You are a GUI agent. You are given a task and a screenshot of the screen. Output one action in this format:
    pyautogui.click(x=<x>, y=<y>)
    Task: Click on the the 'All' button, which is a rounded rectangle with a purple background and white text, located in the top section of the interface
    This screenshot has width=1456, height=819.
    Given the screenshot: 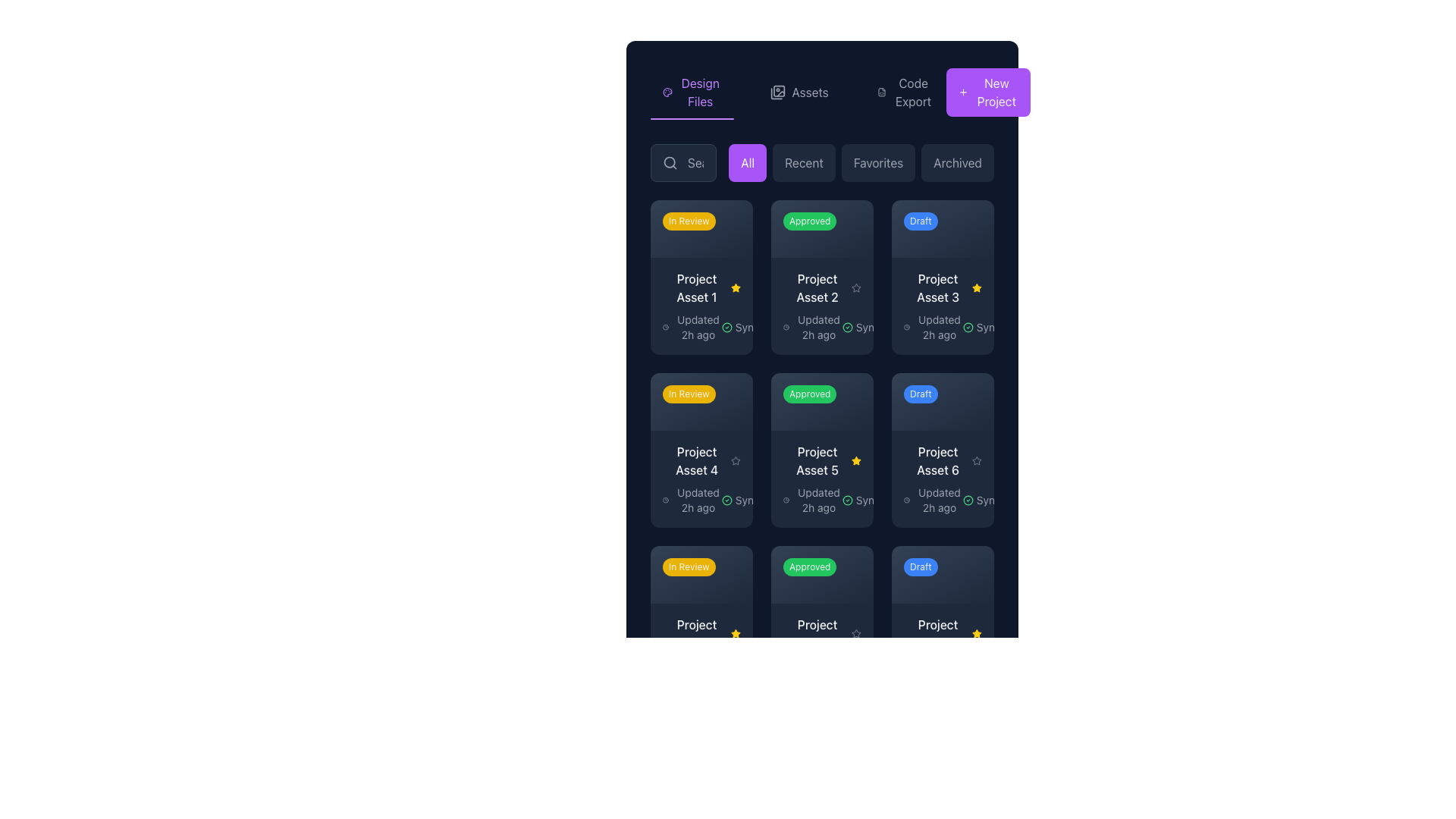 What is the action you would take?
    pyautogui.click(x=748, y=163)
    